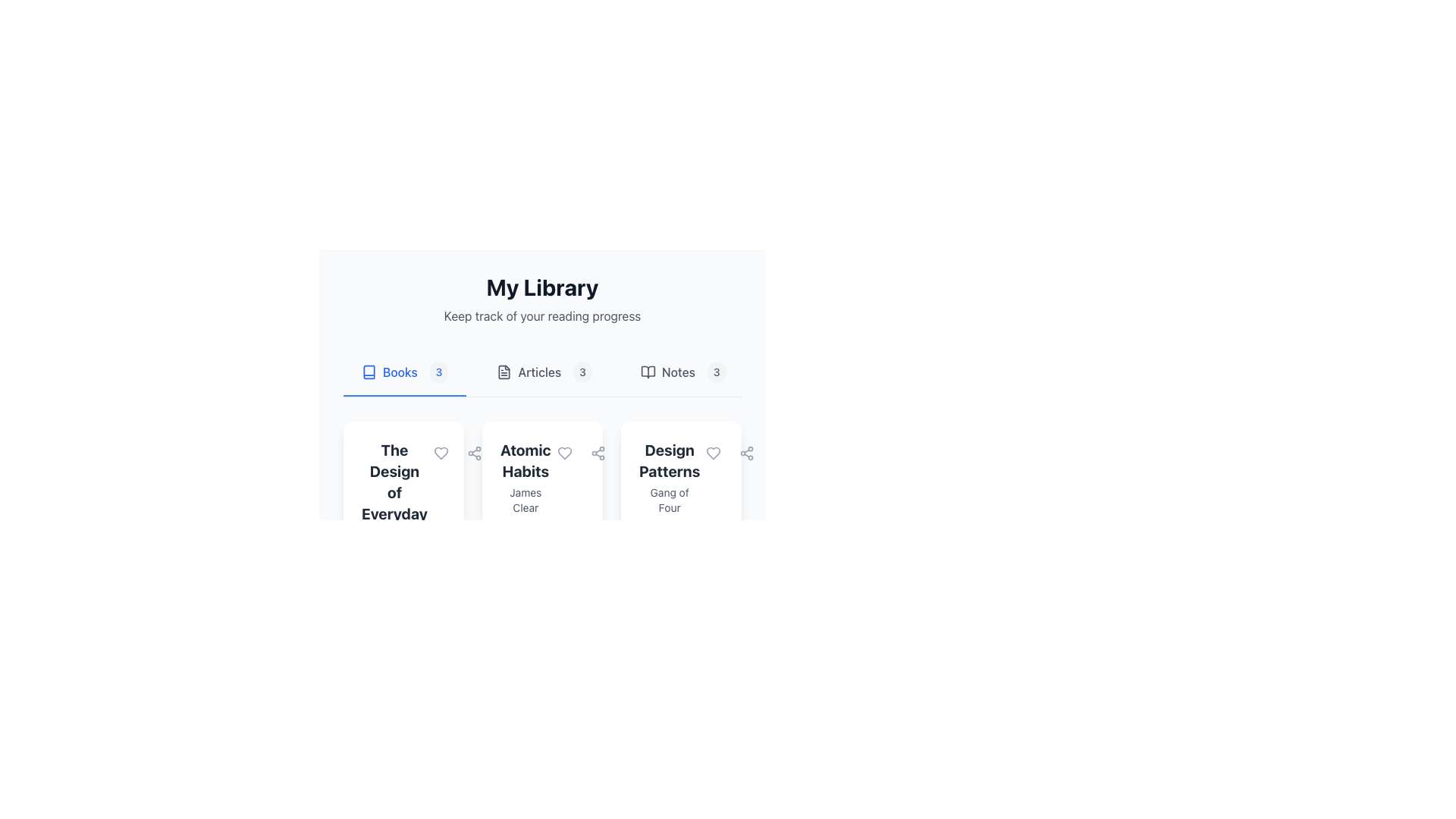  What do you see at coordinates (519, 552) in the screenshot?
I see `the progress bar segment that visually indicates approximately 45% completion, located near the bottom of the interface below the 'Atomic Habits' cards` at bounding box center [519, 552].